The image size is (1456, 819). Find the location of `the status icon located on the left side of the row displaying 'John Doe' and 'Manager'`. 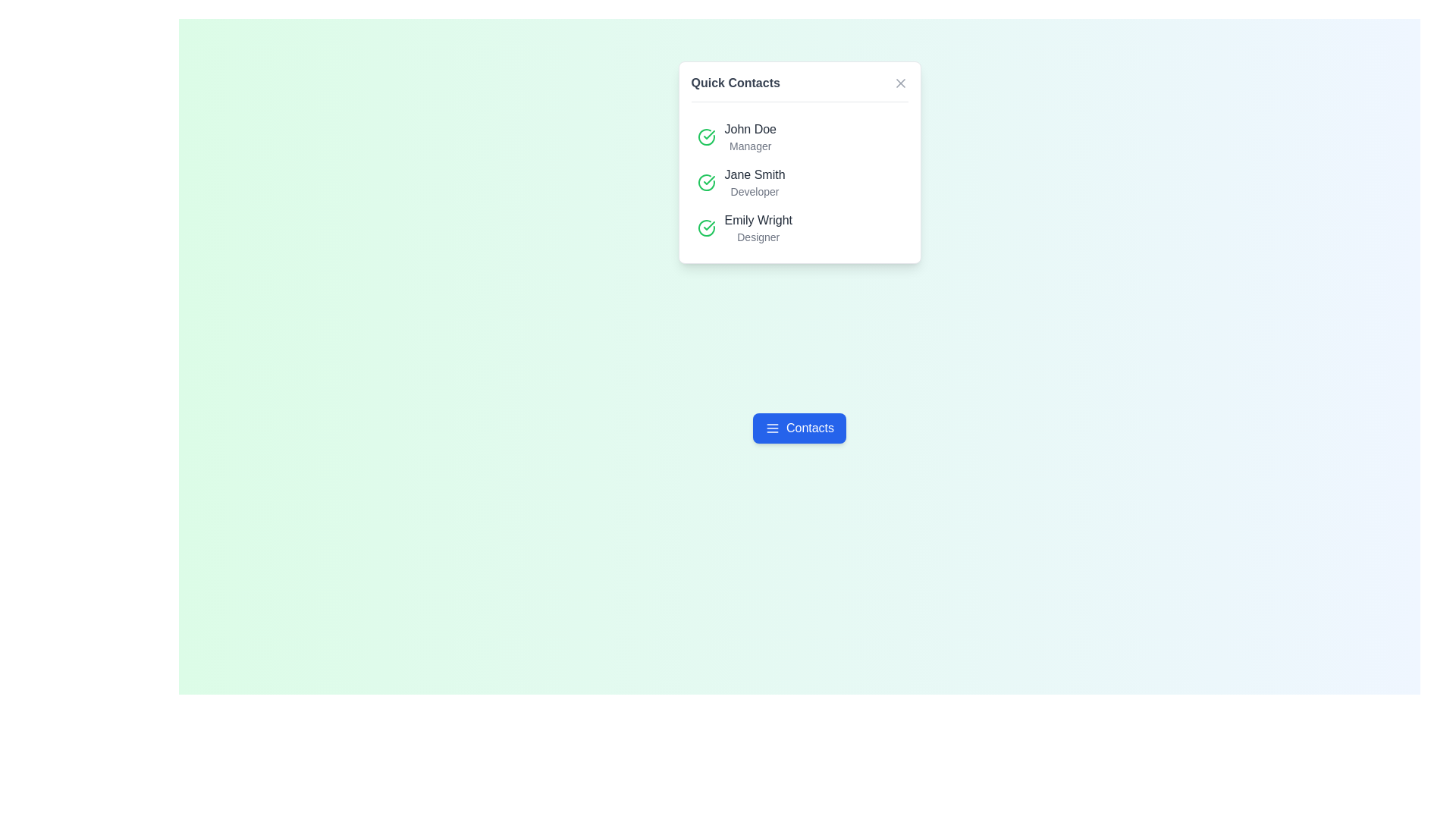

the status icon located on the left side of the row displaying 'John Doe' and 'Manager' is located at coordinates (705, 137).